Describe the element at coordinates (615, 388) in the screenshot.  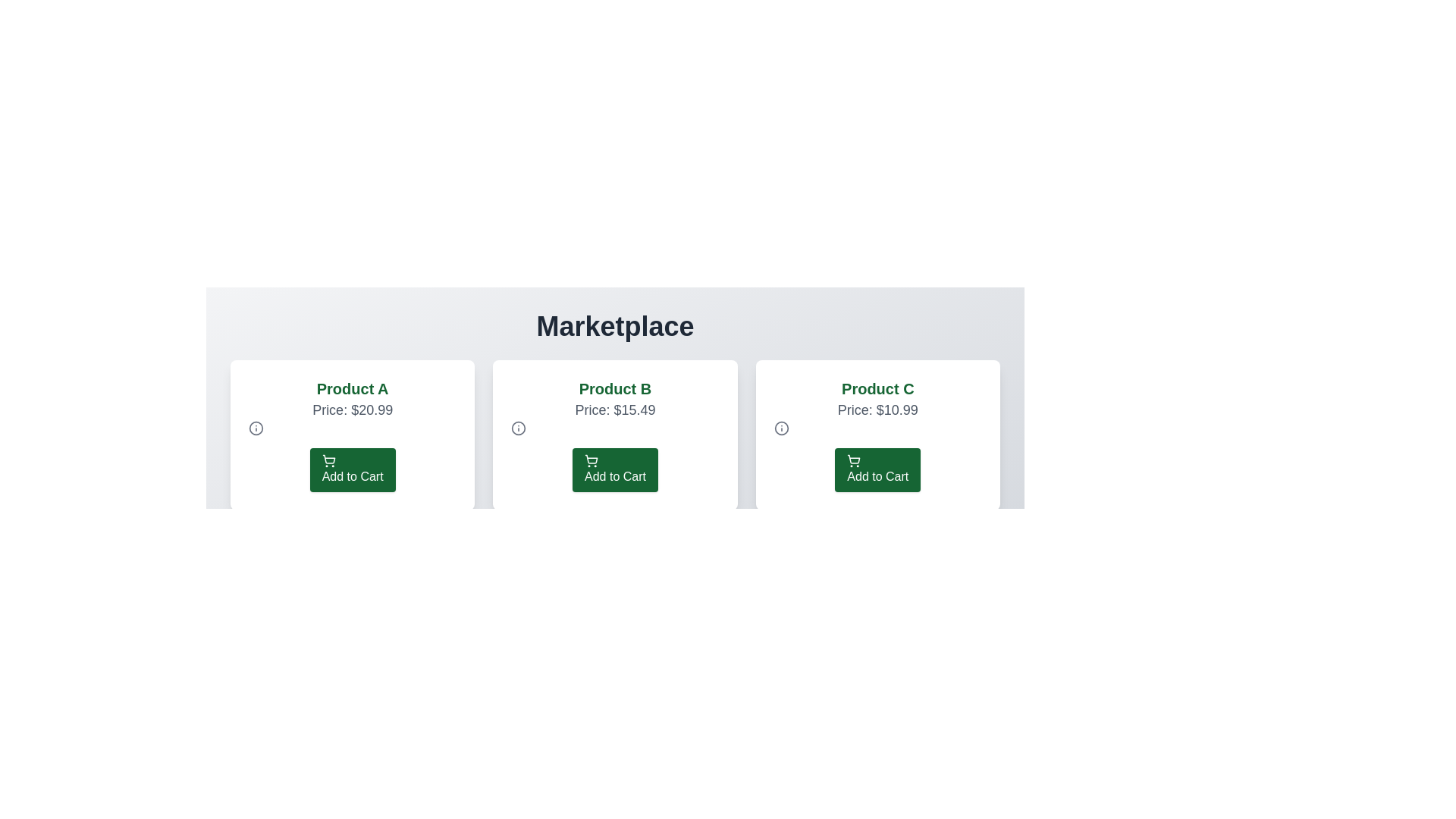
I see `identification text label located at the top of the product card, which helps in recognizing the product being described` at that location.